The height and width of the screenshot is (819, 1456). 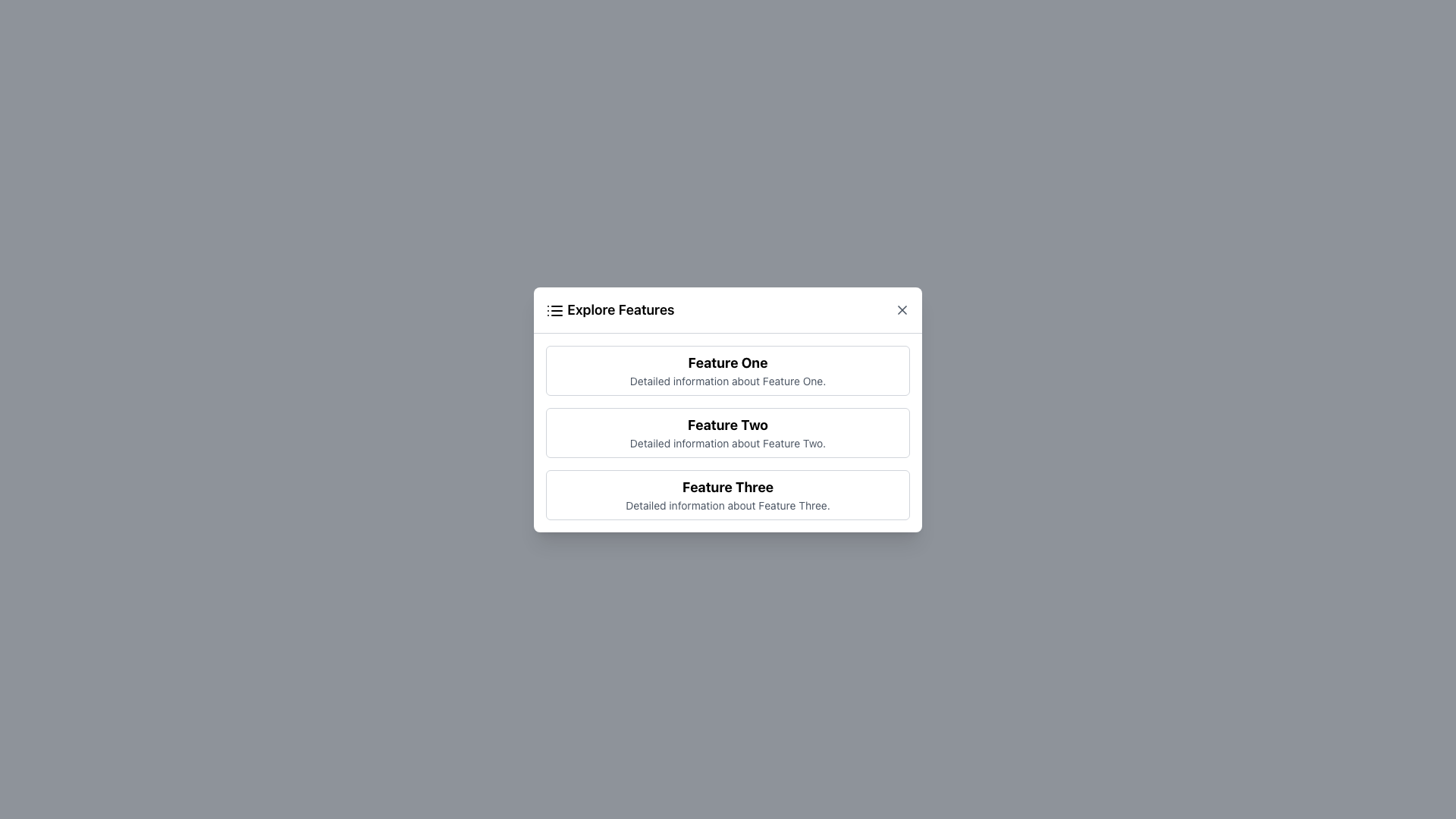 What do you see at coordinates (728, 505) in the screenshot?
I see `text content of the second Text Label associated with 'Feature Three' in the third feature card` at bounding box center [728, 505].